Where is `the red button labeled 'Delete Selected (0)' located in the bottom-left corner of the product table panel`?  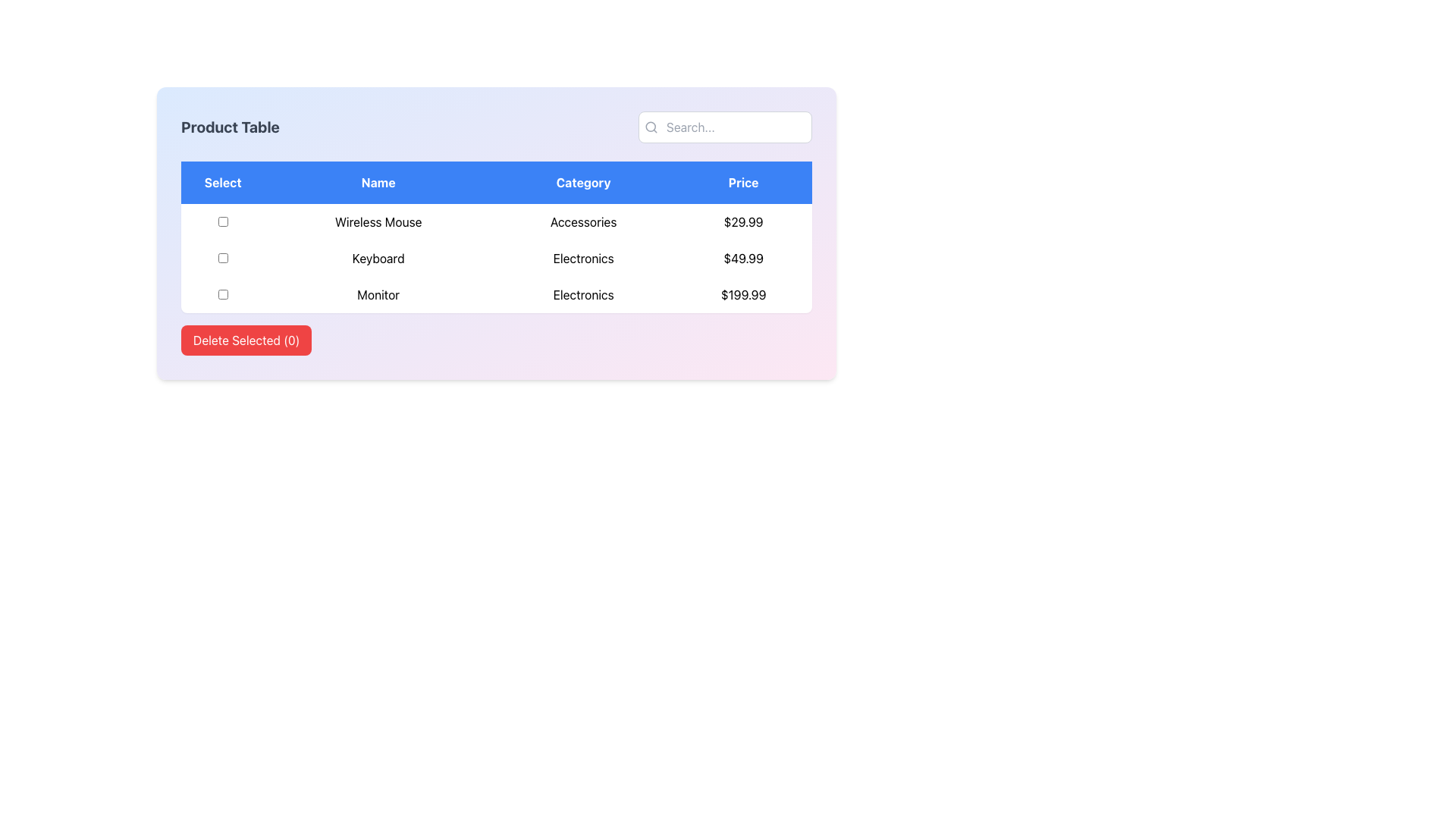 the red button labeled 'Delete Selected (0)' located in the bottom-left corner of the product table panel is located at coordinates (246, 339).